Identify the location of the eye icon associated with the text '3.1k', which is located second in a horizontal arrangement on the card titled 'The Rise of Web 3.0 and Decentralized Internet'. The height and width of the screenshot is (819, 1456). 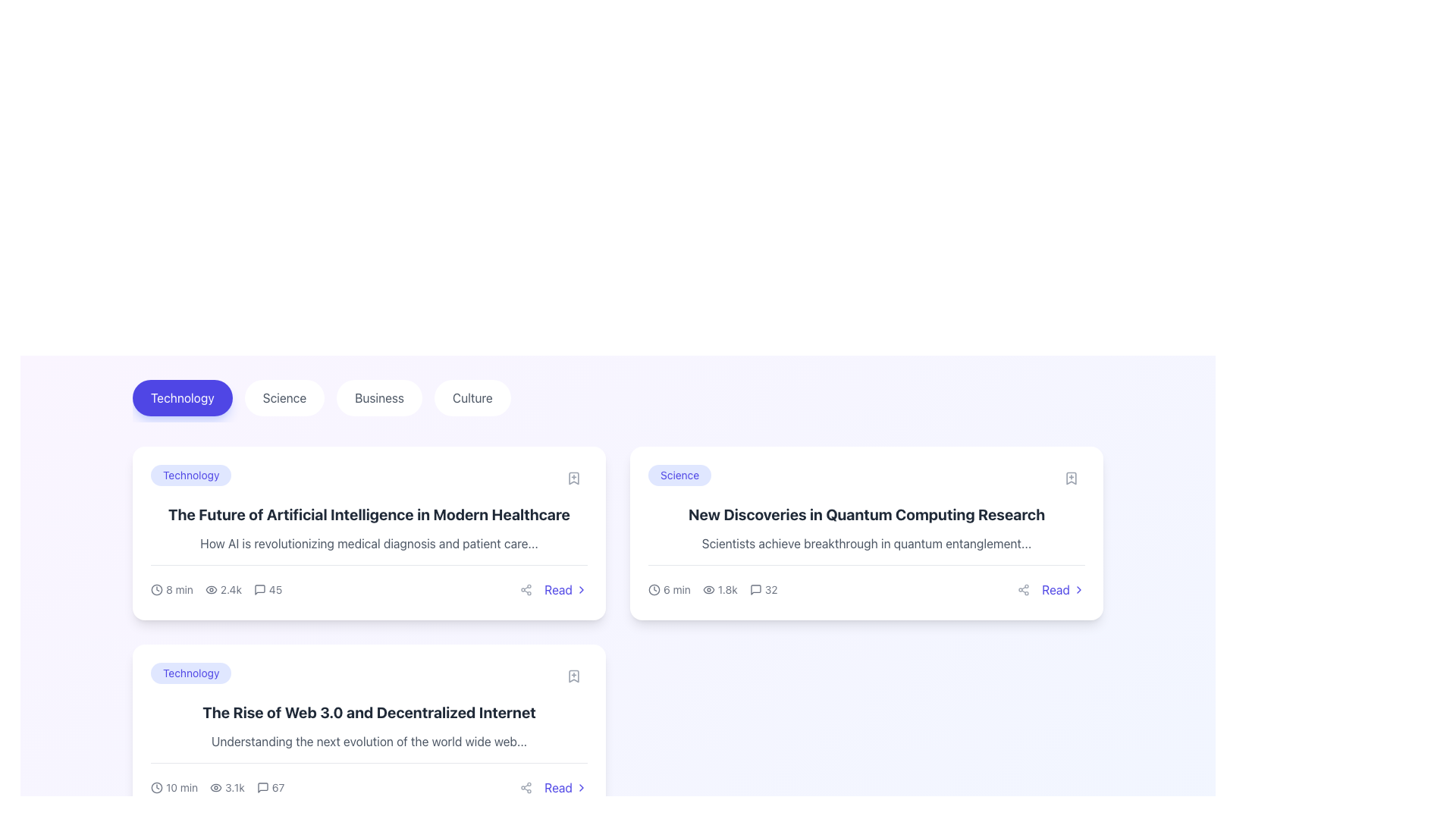
(226, 786).